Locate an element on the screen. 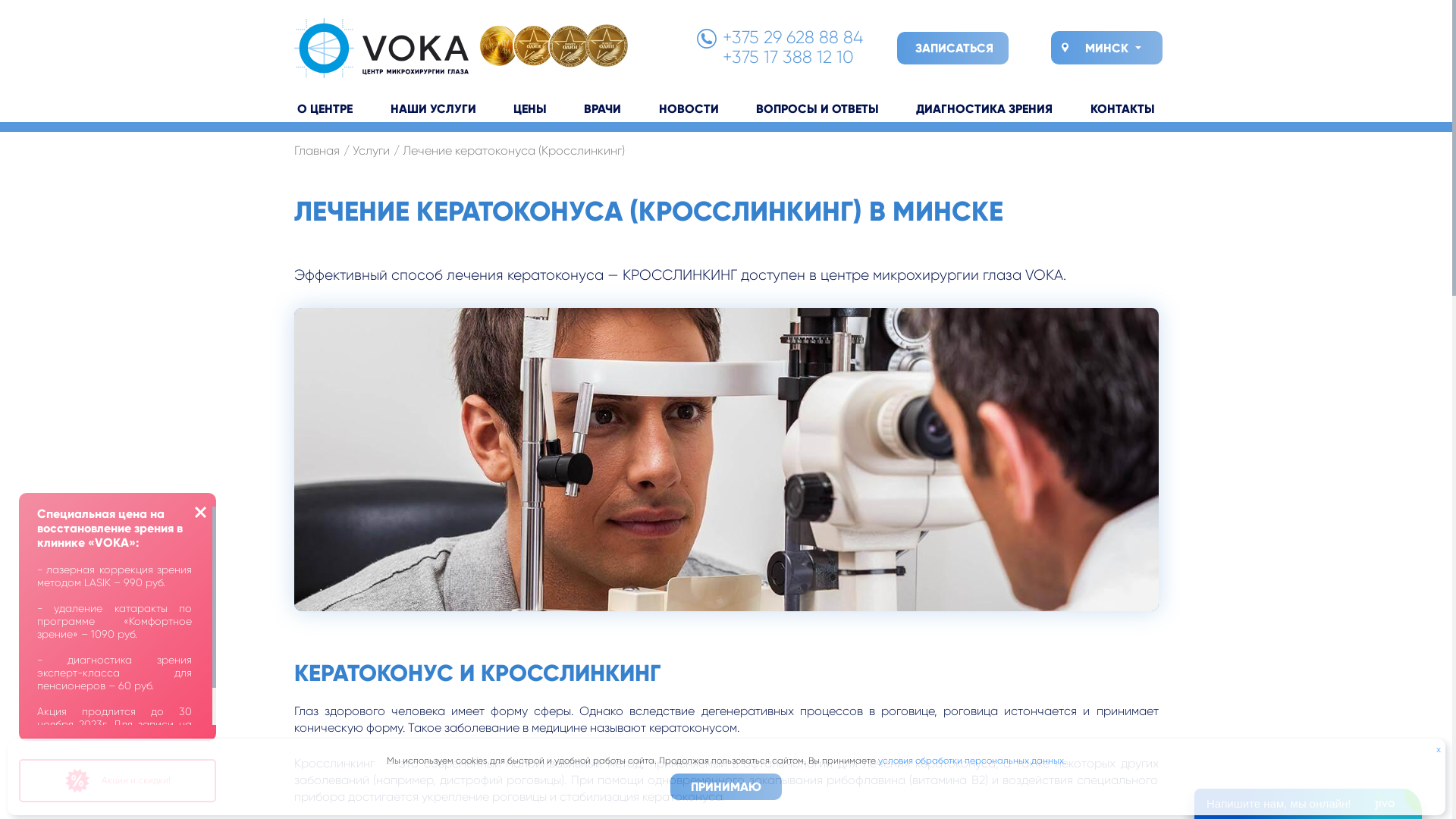 Image resolution: width=1456 pixels, height=819 pixels. '+375 17 388 12 10' is located at coordinates (720, 56).